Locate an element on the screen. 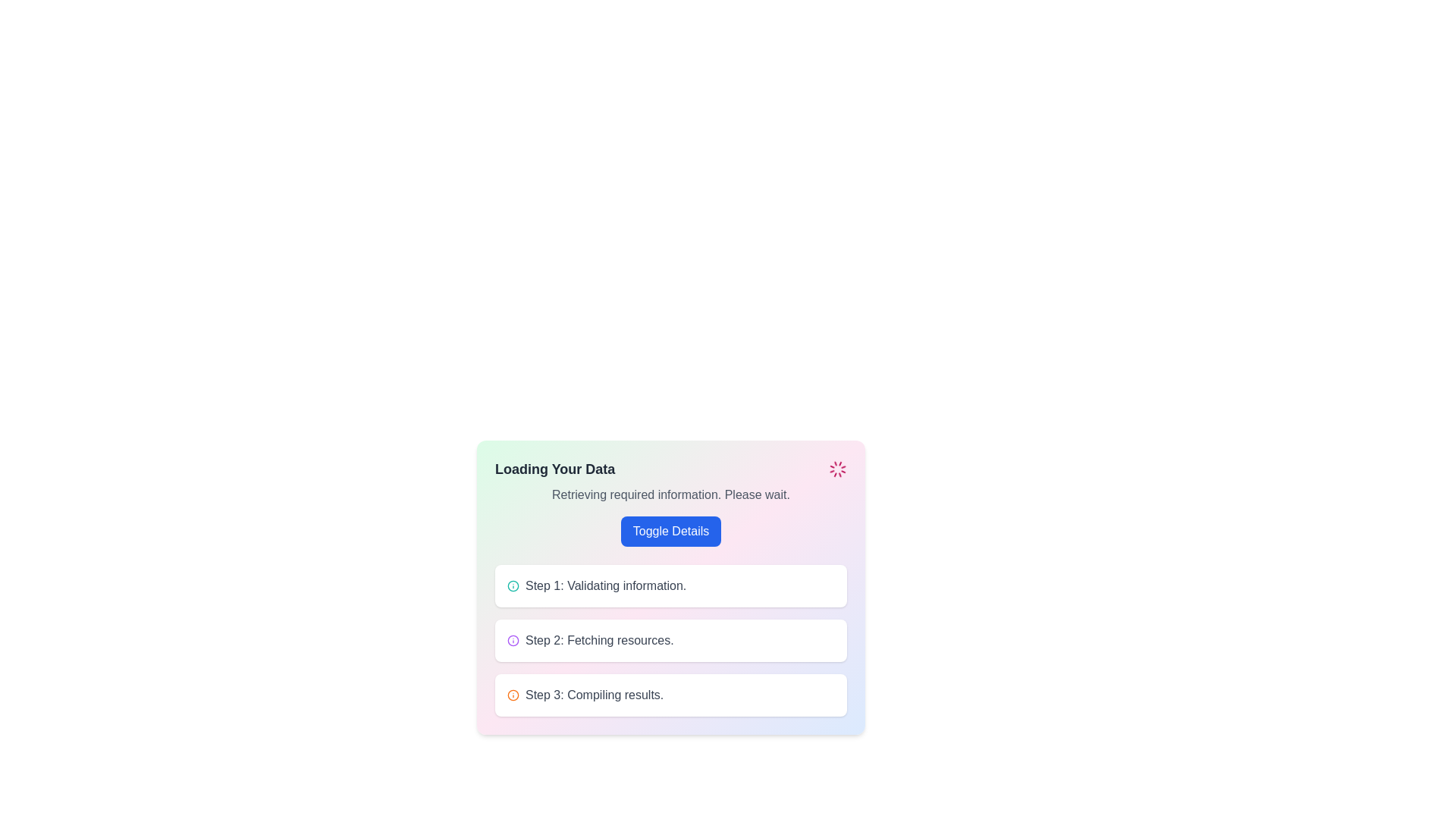 The height and width of the screenshot is (819, 1456). the static text element displaying 'Retrieving required information. Please wait.' which is located below the title 'Loading Your Data' and above the button 'Toggle Details' is located at coordinates (670, 494).